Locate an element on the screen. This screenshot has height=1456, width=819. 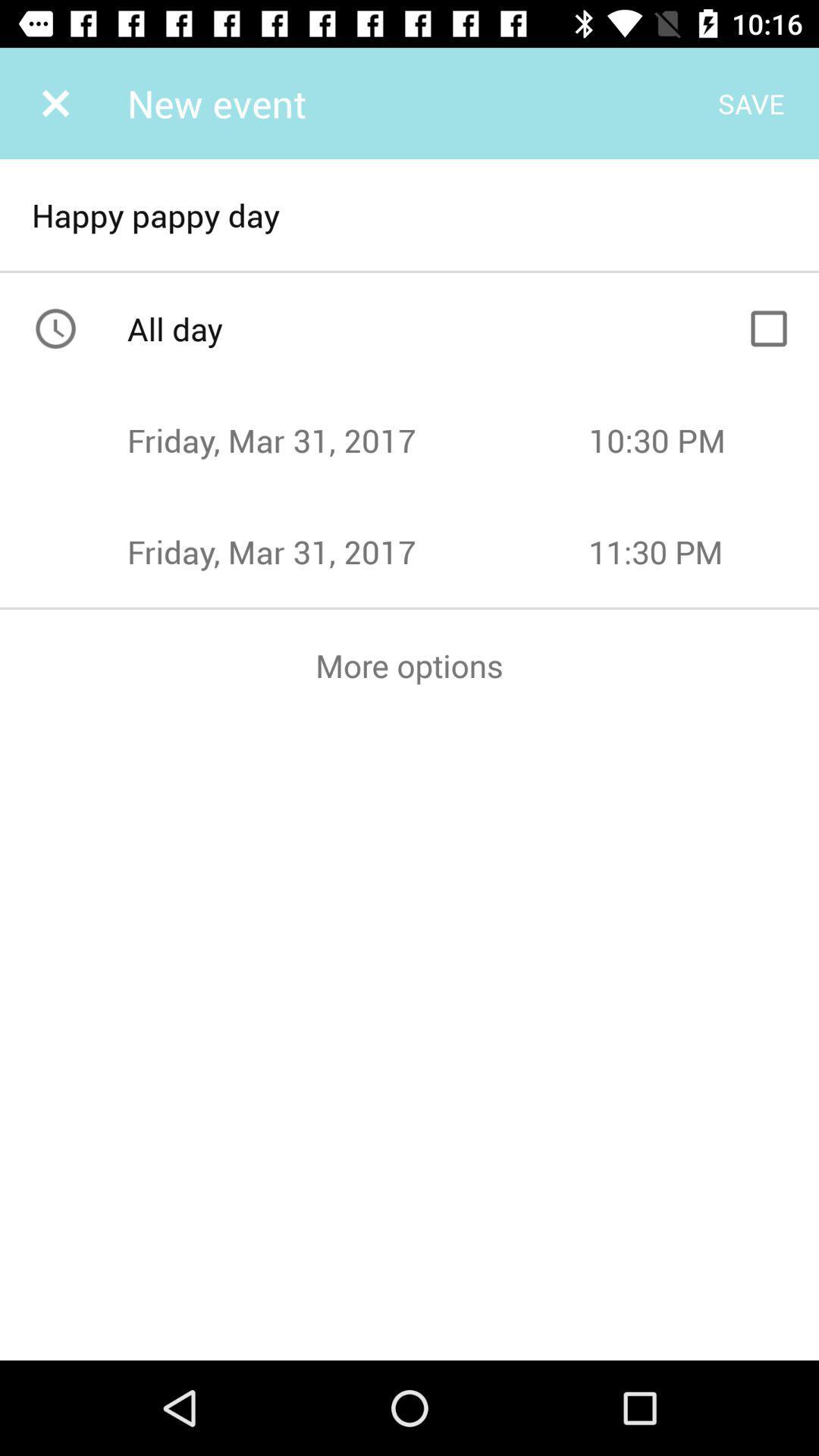
the text below all day is located at coordinates (357, 439).